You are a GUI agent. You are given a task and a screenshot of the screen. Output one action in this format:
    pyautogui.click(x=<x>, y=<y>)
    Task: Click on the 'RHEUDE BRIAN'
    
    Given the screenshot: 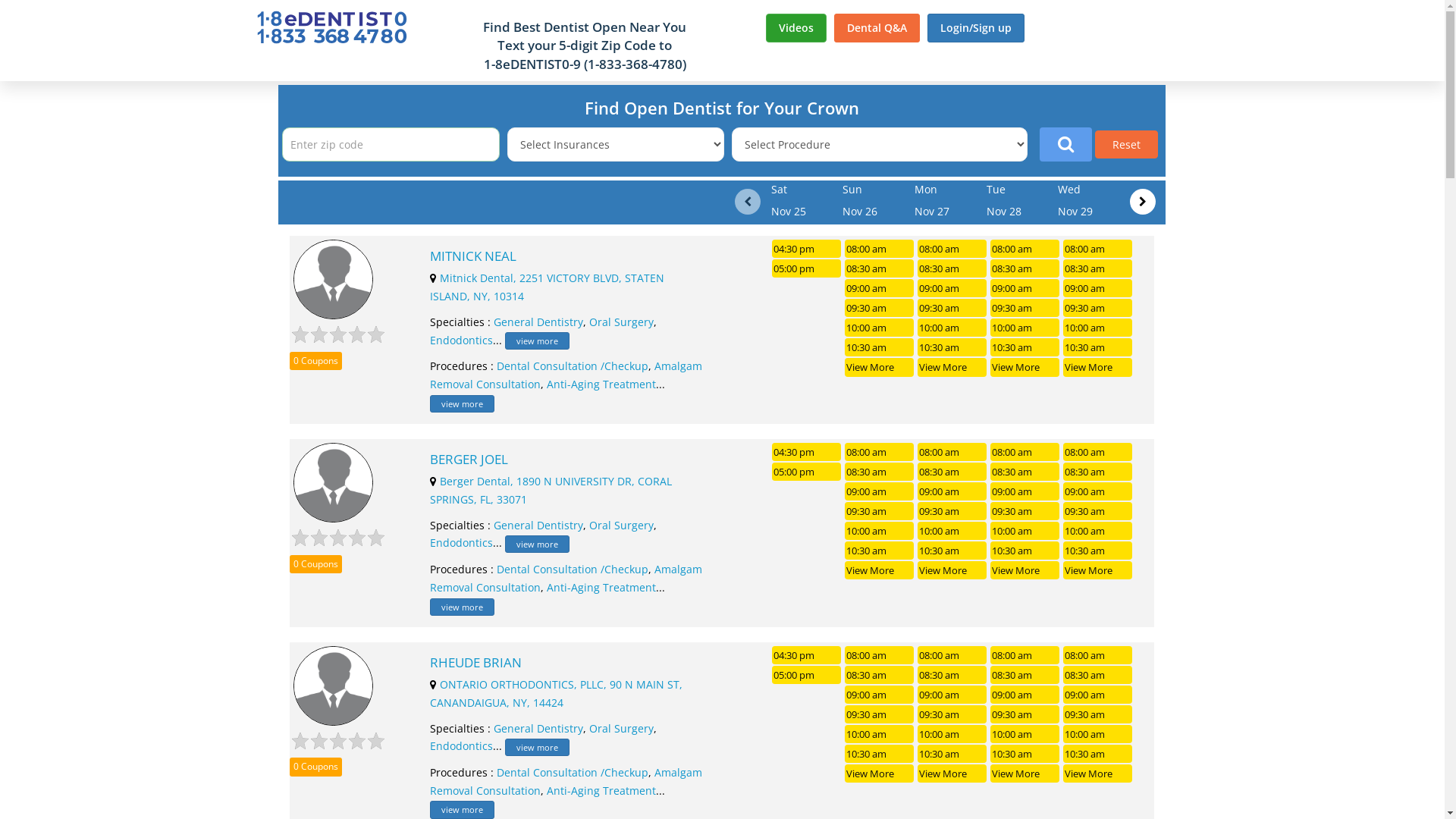 What is the action you would take?
    pyautogui.click(x=428, y=662)
    